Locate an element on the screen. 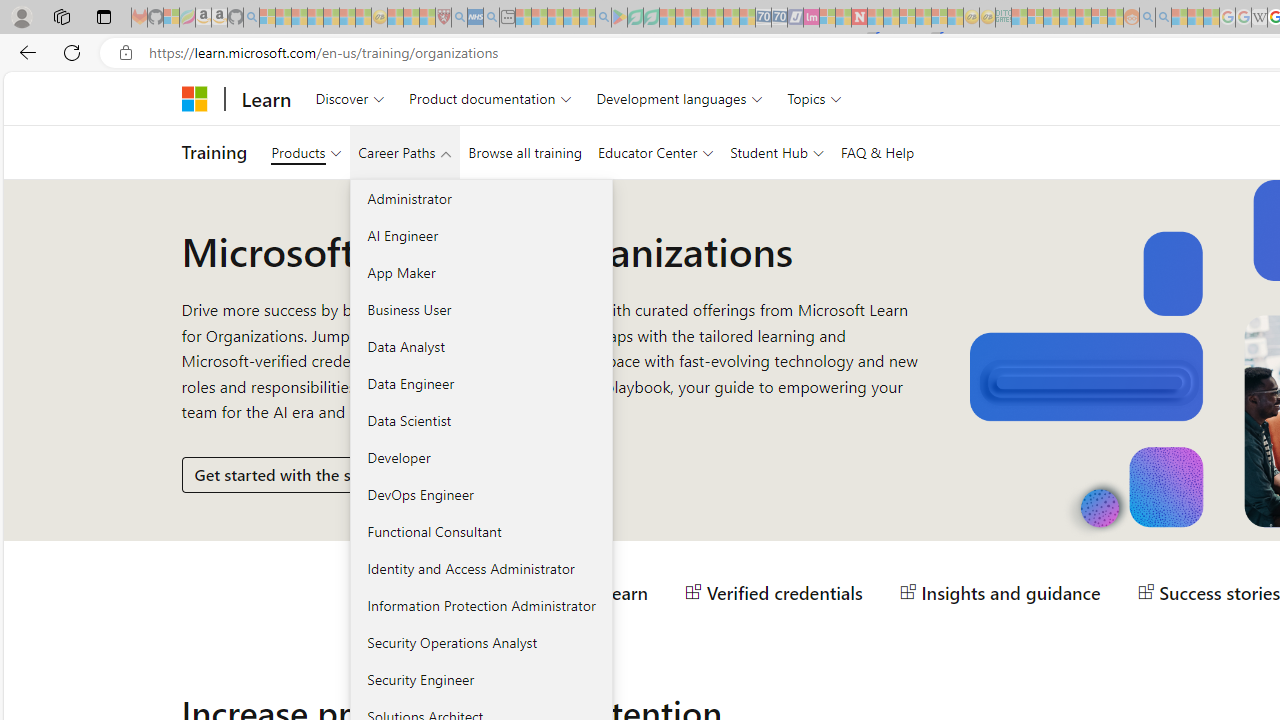 The width and height of the screenshot is (1280, 720). 'Developer' is located at coordinates (481, 457).